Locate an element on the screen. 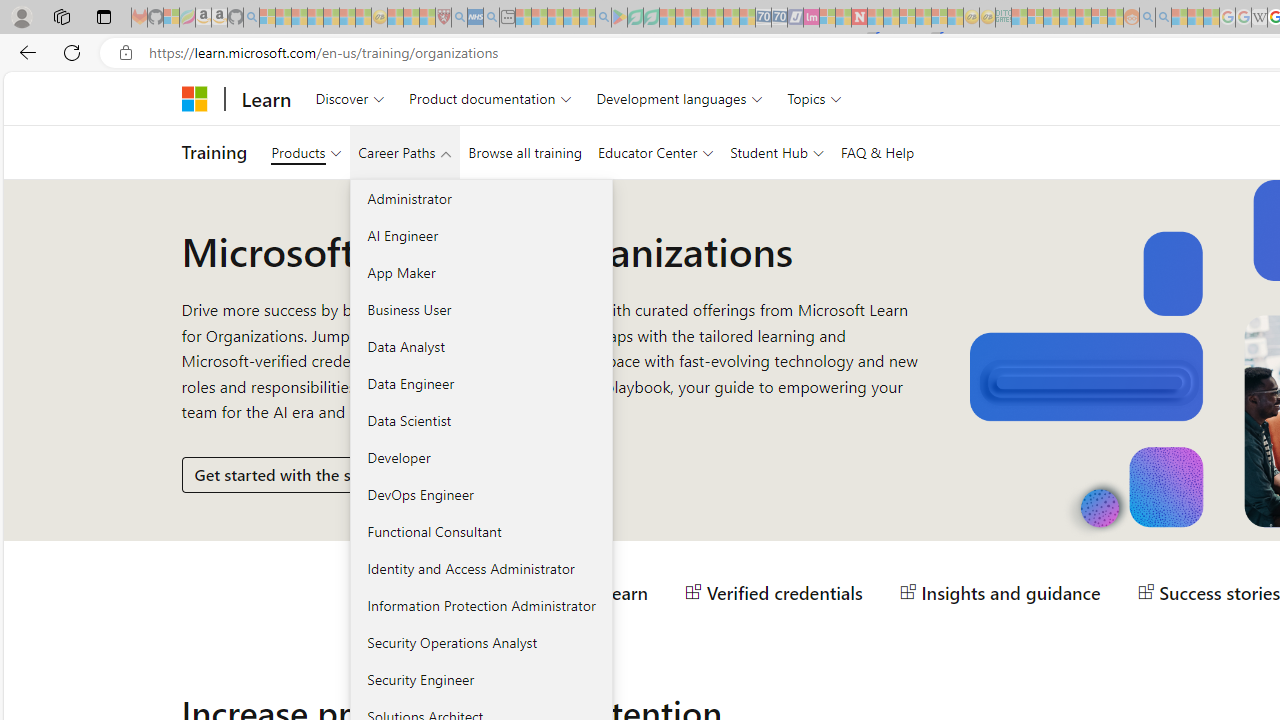 The width and height of the screenshot is (1280, 720). 'Developer' is located at coordinates (481, 457).